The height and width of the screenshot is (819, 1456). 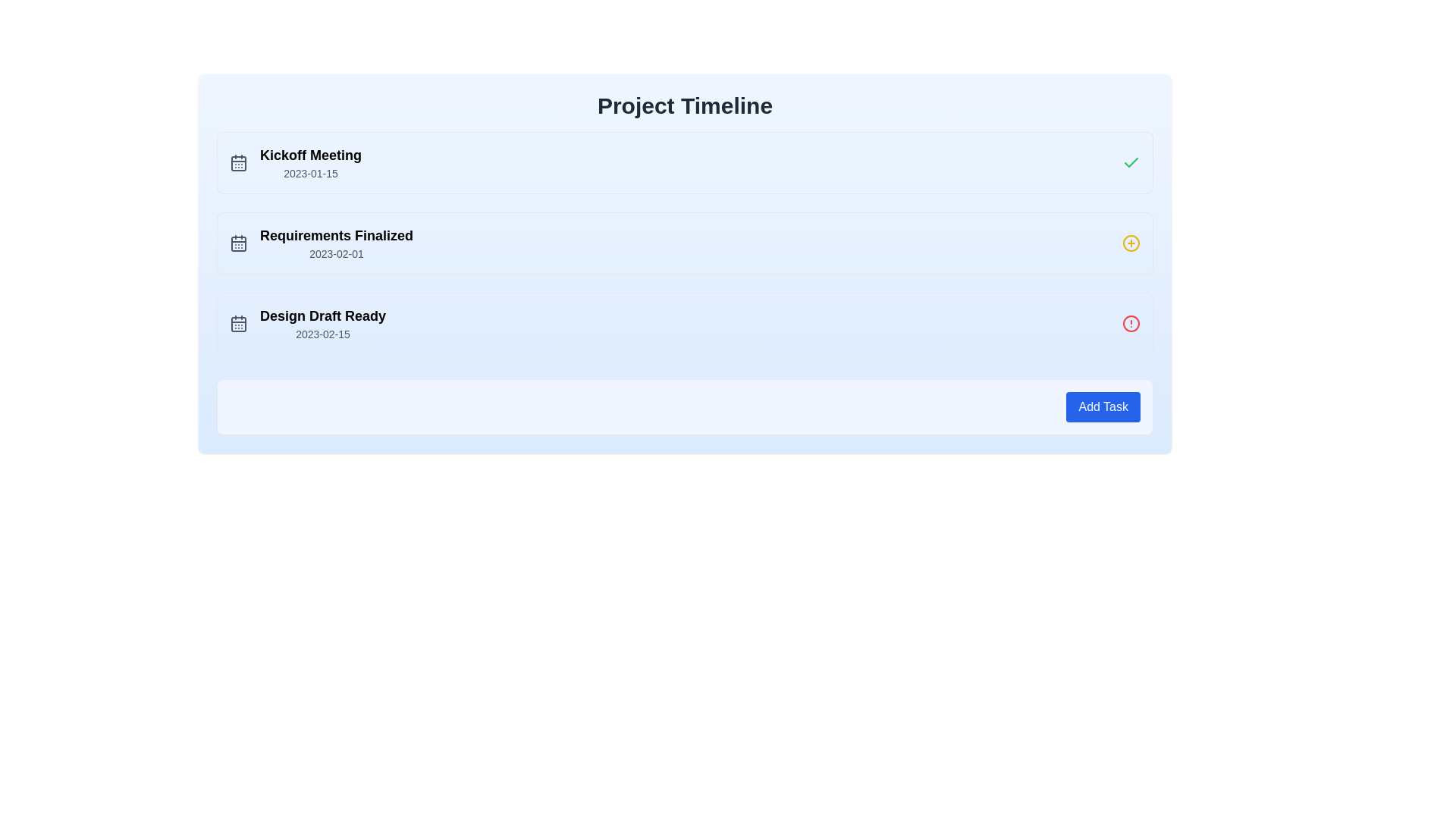 What do you see at coordinates (309, 155) in the screenshot?
I see `the Text Label that serves as the title for the first entry in the 'Project Timeline' section, positioned above the date '2023-01-15'` at bounding box center [309, 155].